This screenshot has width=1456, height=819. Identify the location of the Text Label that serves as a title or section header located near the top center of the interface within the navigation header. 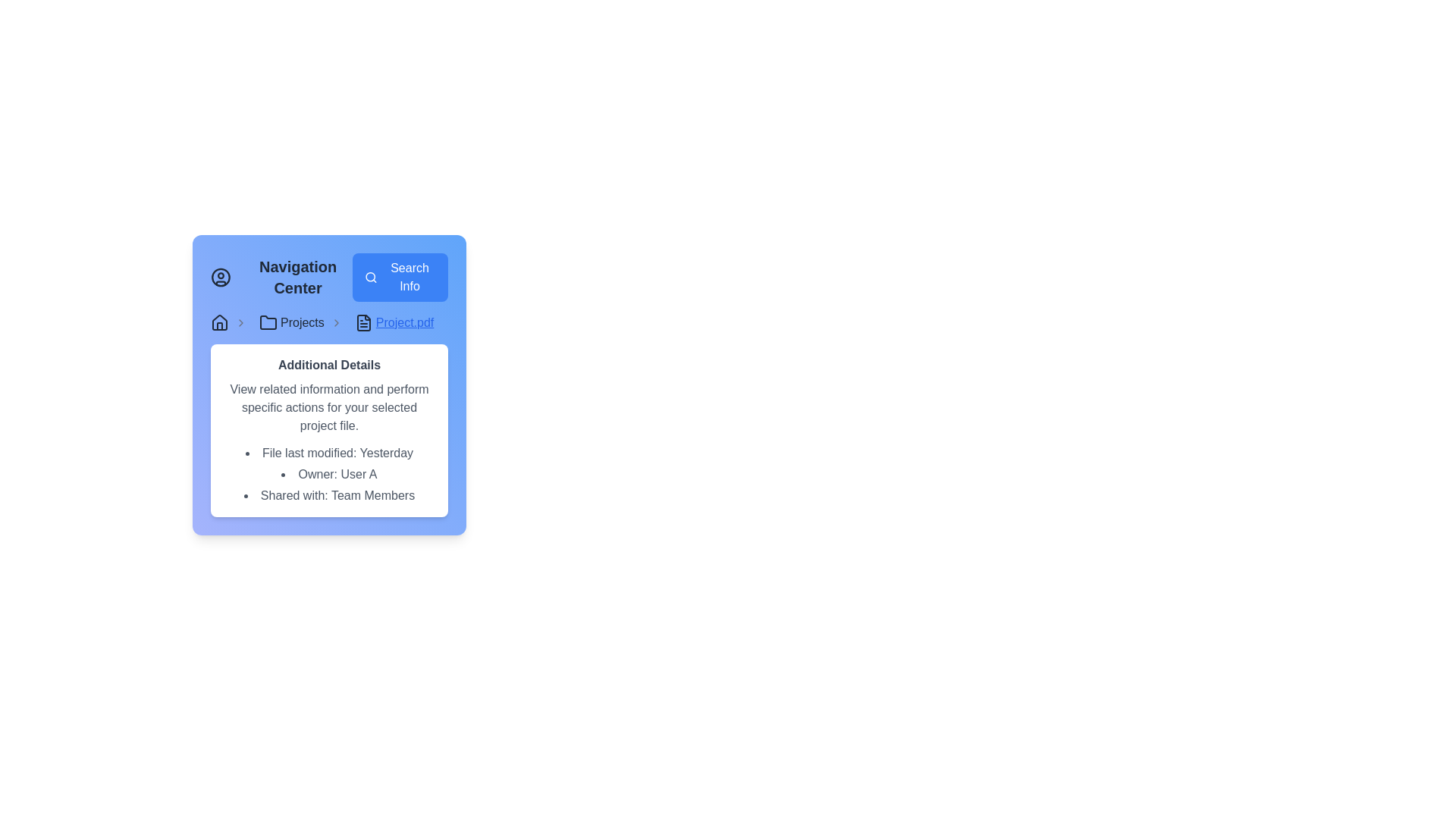
(298, 278).